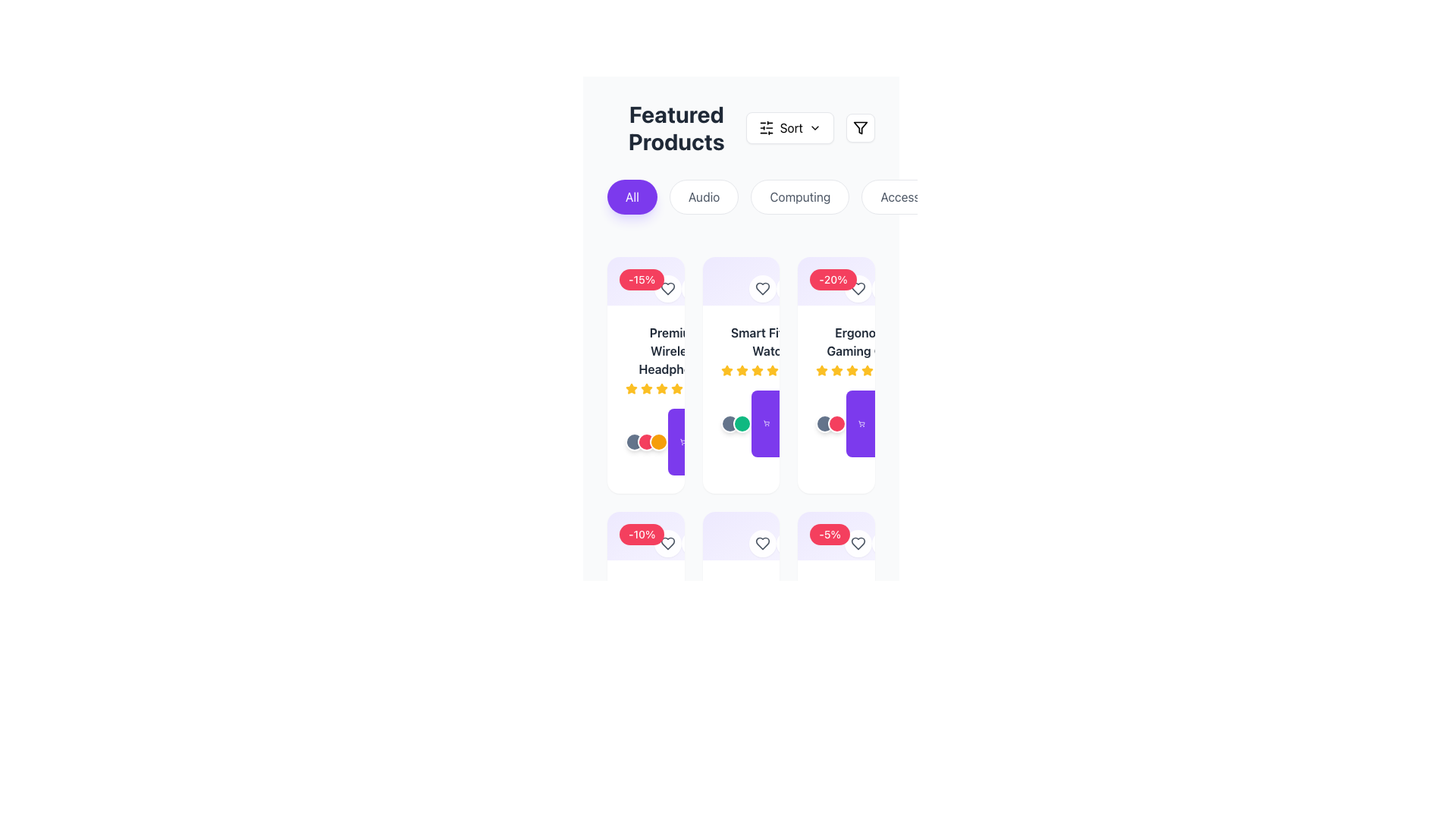 The height and width of the screenshot is (819, 1456). I want to click on the sorting button located to the right of the 'Featured Products' label, so click(809, 127).